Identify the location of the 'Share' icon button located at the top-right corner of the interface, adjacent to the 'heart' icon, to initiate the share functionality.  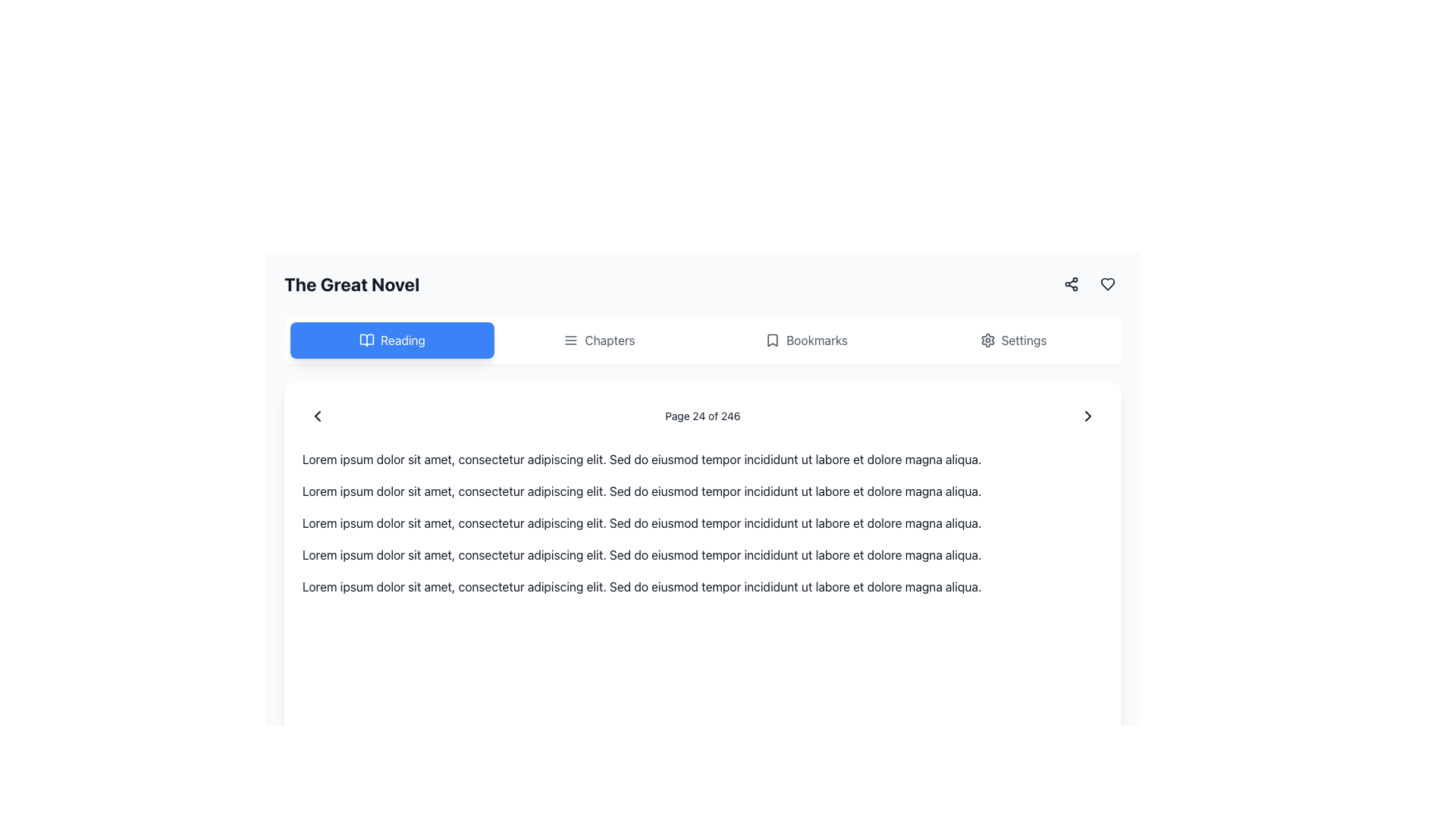
(1070, 284).